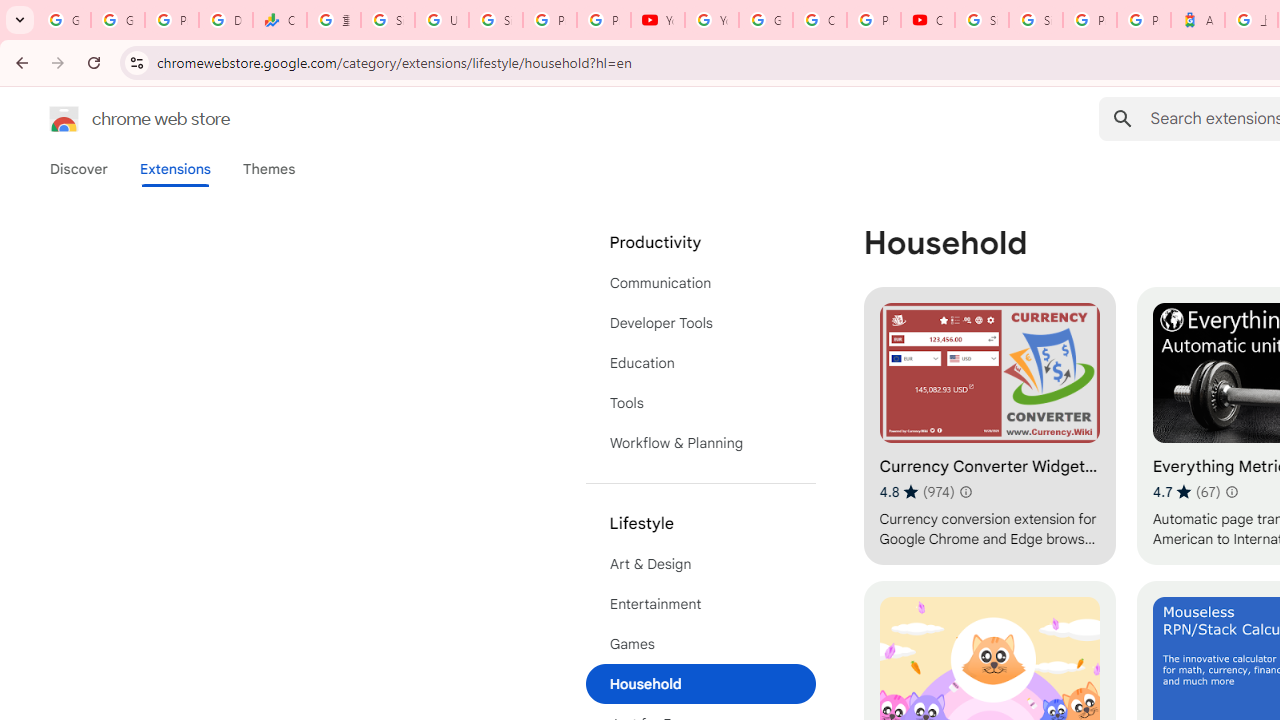 This screenshot has height=720, width=1280. What do you see at coordinates (700, 362) in the screenshot?
I see `'Education'` at bounding box center [700, 362].